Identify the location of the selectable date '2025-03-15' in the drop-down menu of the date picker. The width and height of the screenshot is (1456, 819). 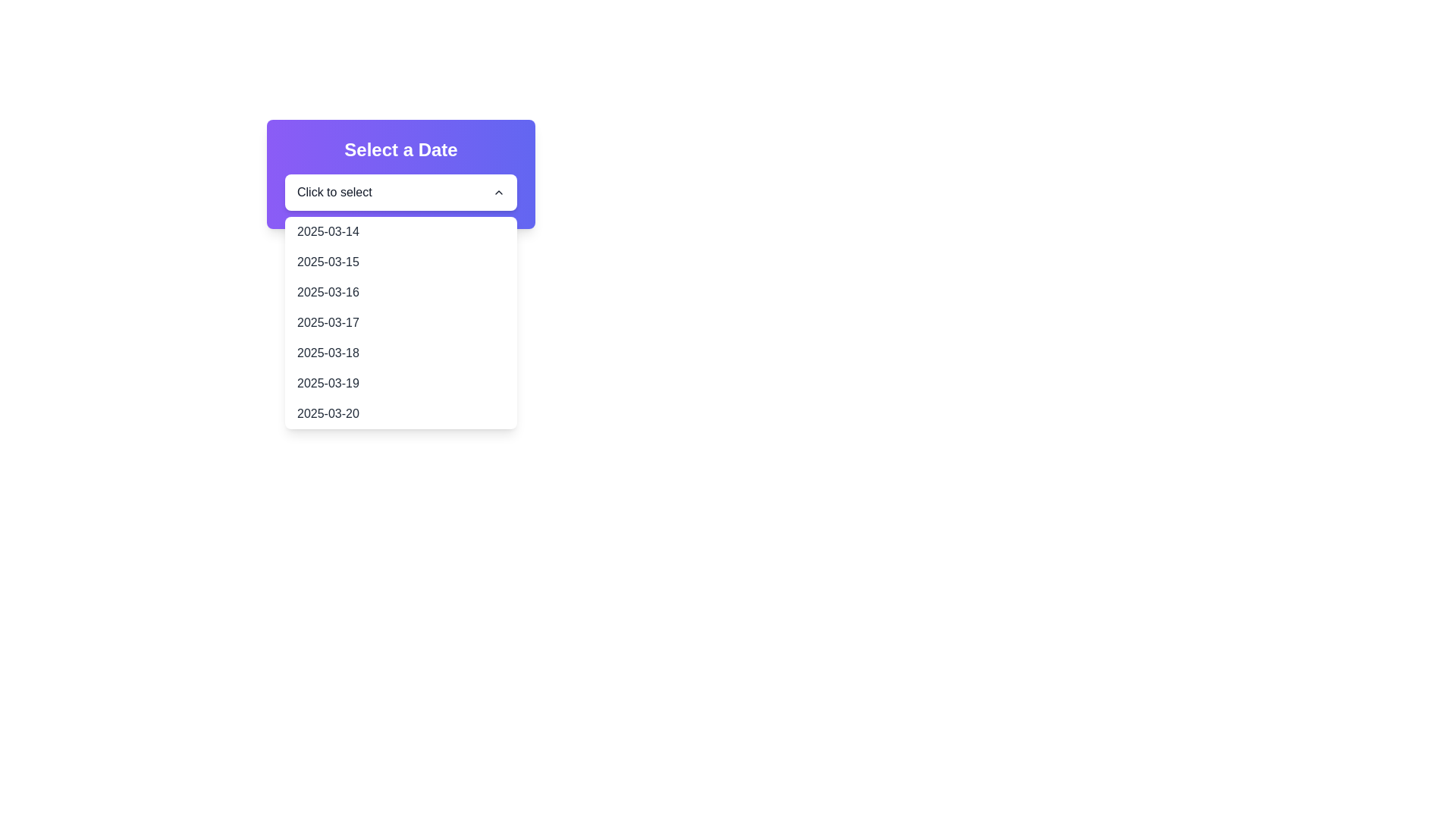
(327, 262).